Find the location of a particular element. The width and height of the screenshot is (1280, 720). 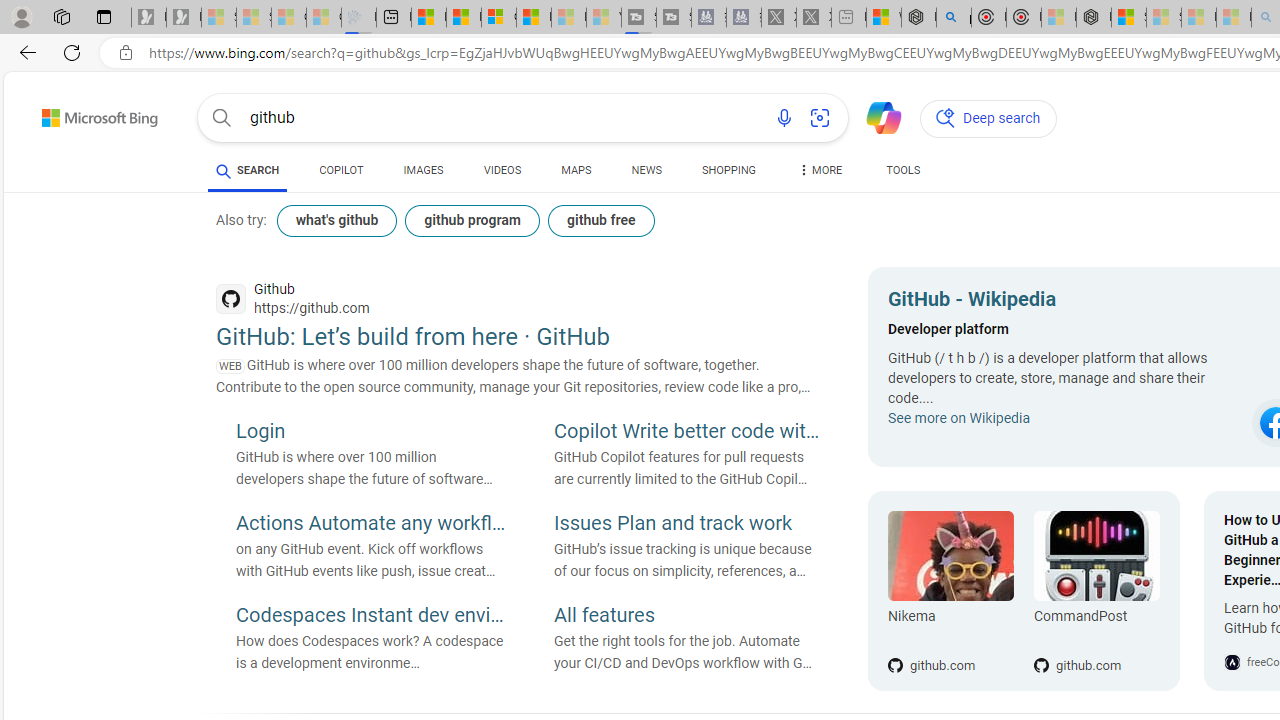

'Nikema' is located at coordinates (950, 556).